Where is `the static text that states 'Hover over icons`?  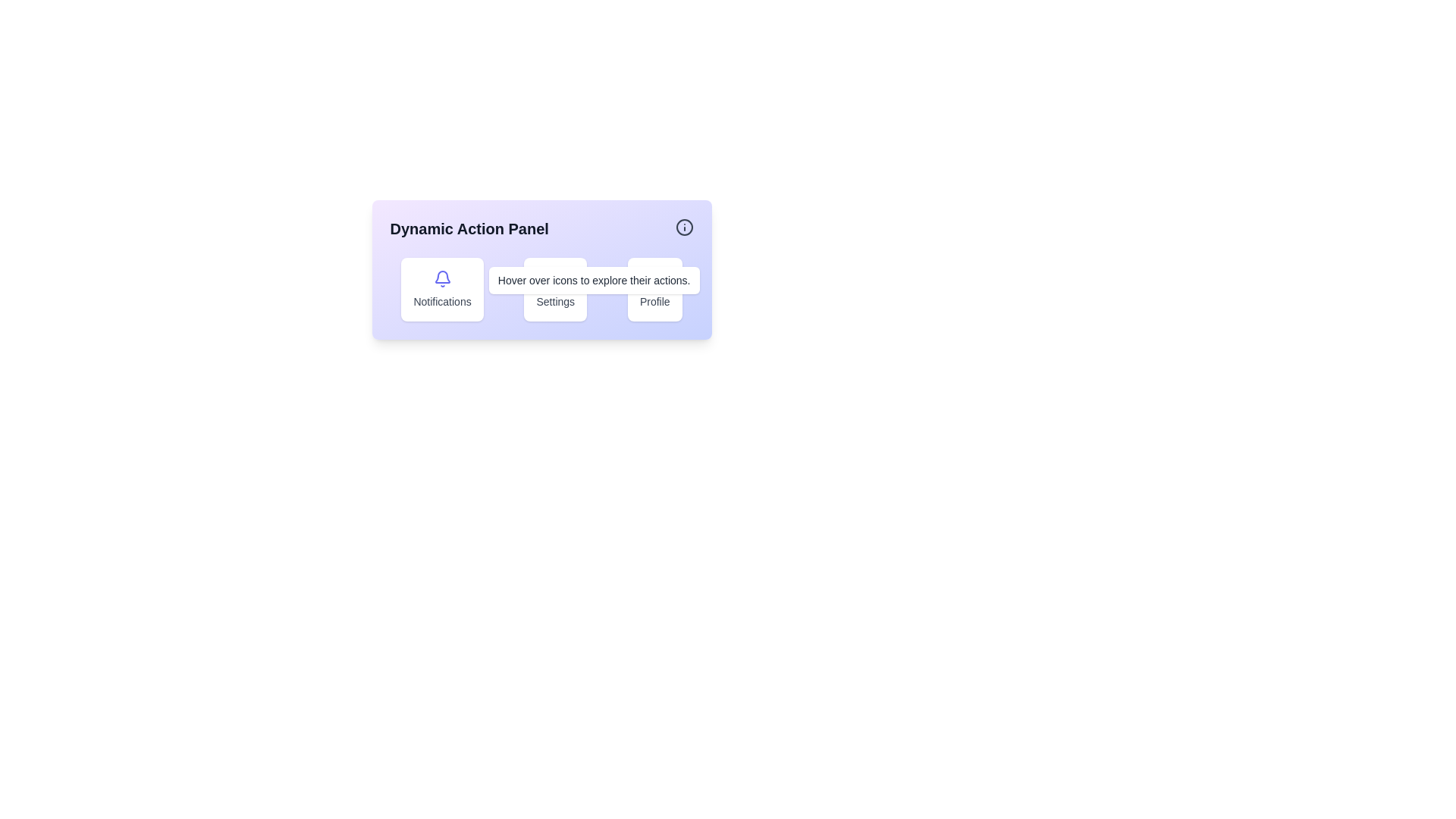
the static text that states 'Hover over icons is located at coordinates (593, 281).